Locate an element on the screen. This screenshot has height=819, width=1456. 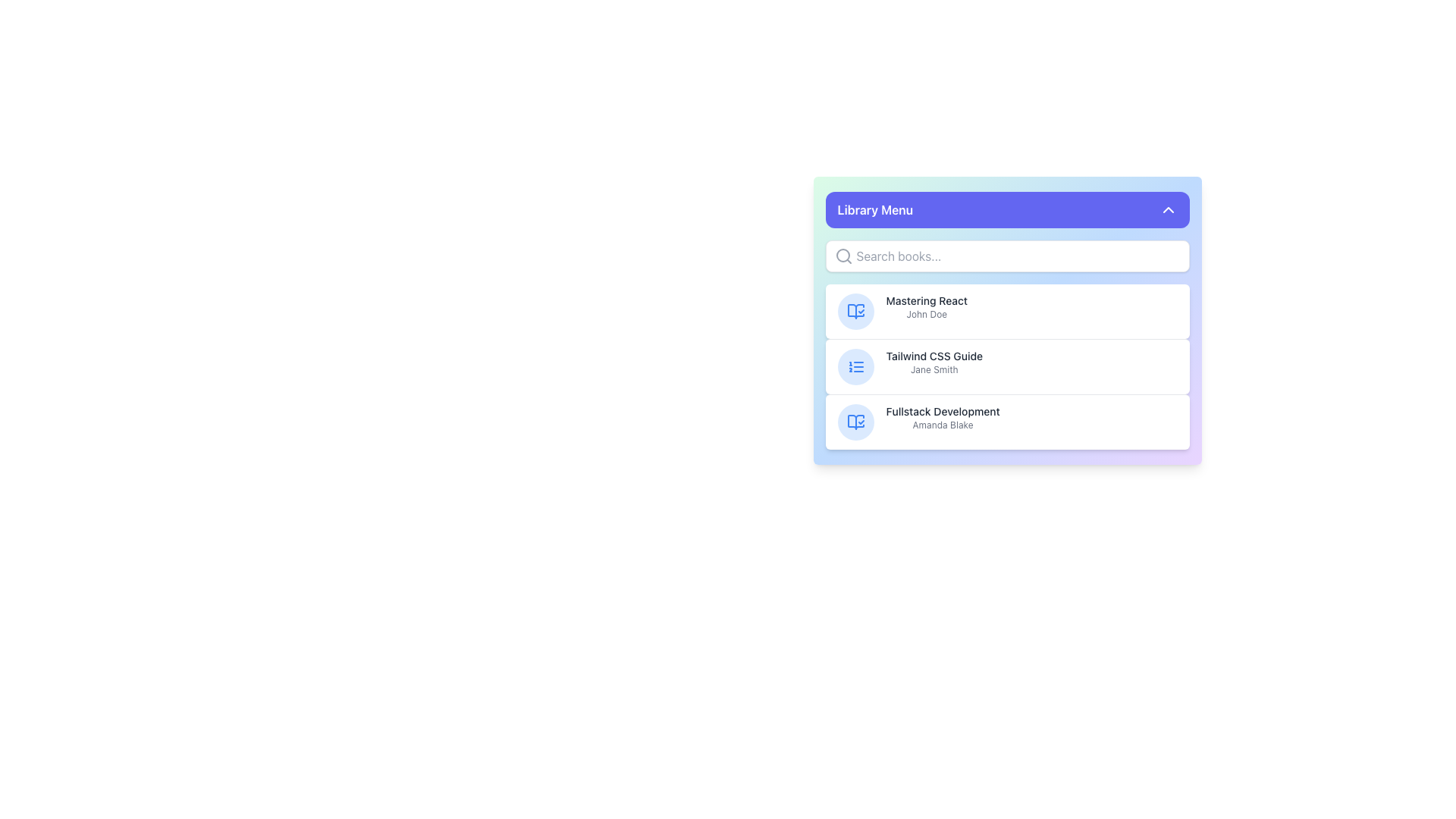
the second list item labeled 'Tailwind CSS Guide' in the 'Library Menu' which is located between 'Mastering React' and 'Fullstack Development' is located at coordinates (1007, 345).